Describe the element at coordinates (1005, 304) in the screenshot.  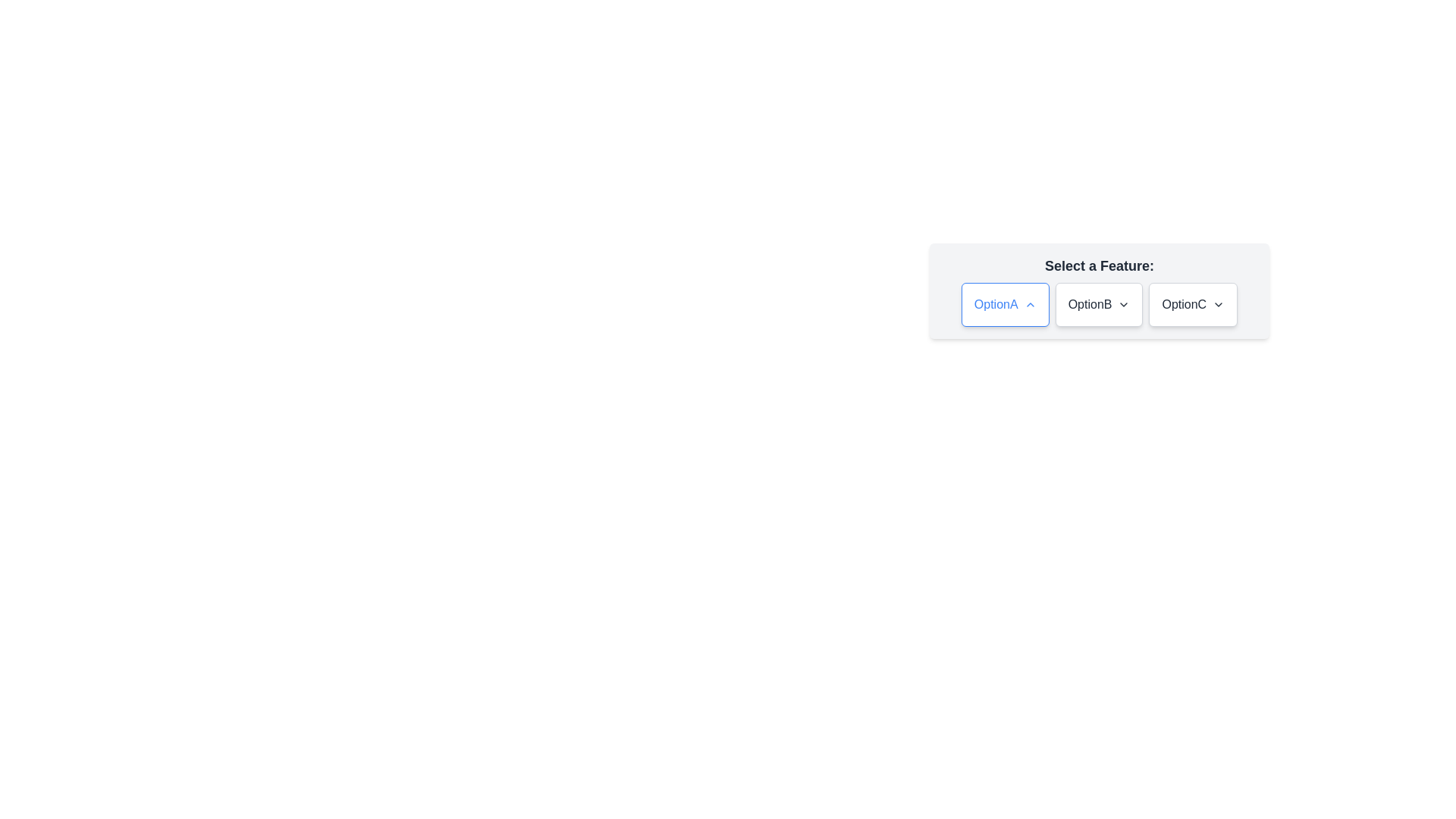
I see `the 'OptionA' button` at that location.